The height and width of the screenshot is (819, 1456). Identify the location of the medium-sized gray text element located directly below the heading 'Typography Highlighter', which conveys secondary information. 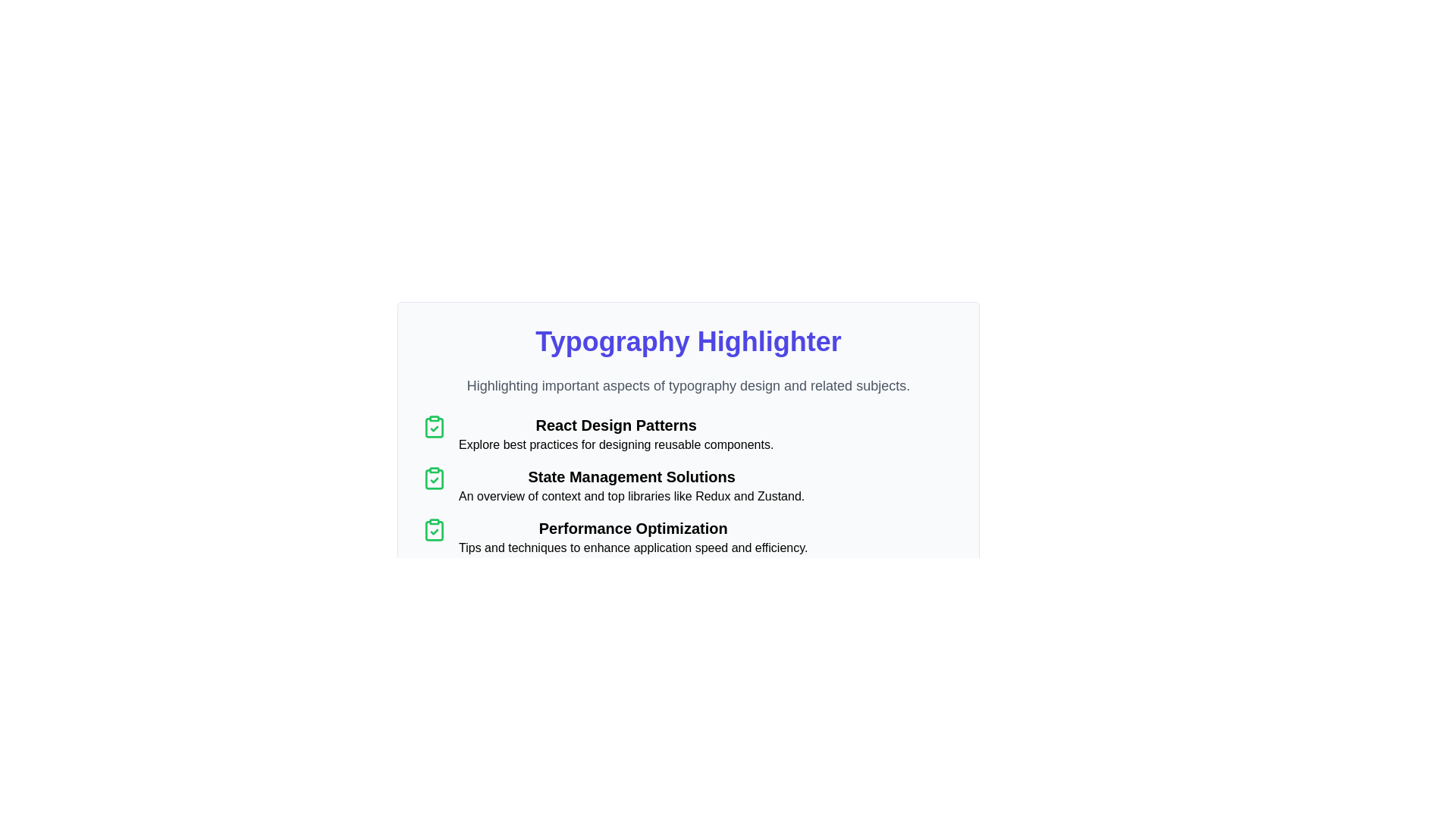
(687, 385).